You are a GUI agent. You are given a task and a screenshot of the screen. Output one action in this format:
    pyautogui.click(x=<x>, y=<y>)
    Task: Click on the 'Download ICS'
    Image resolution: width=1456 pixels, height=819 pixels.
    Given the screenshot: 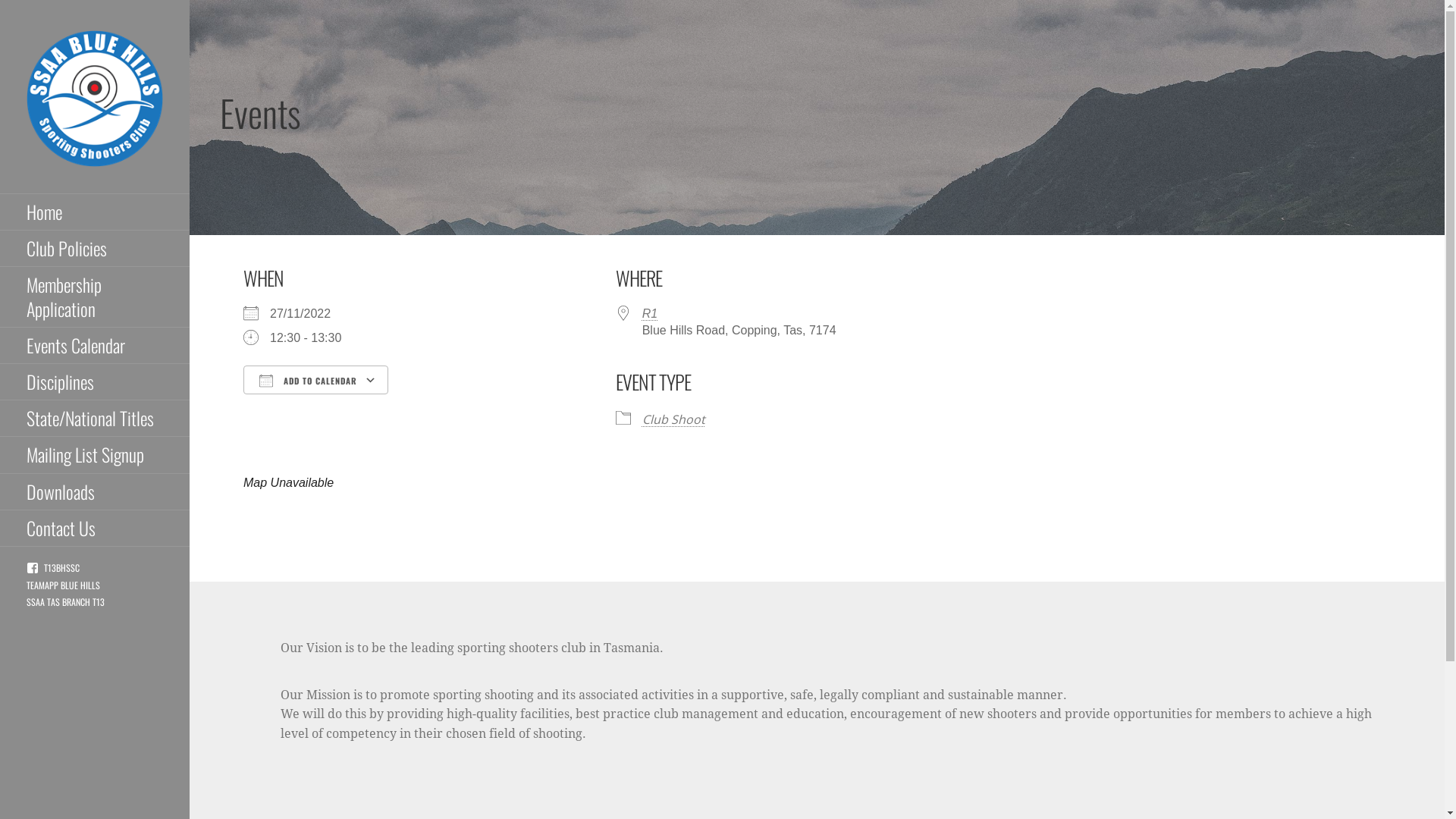 What is the action you would take?
    pyautogui.click(x=314, y=406)
    